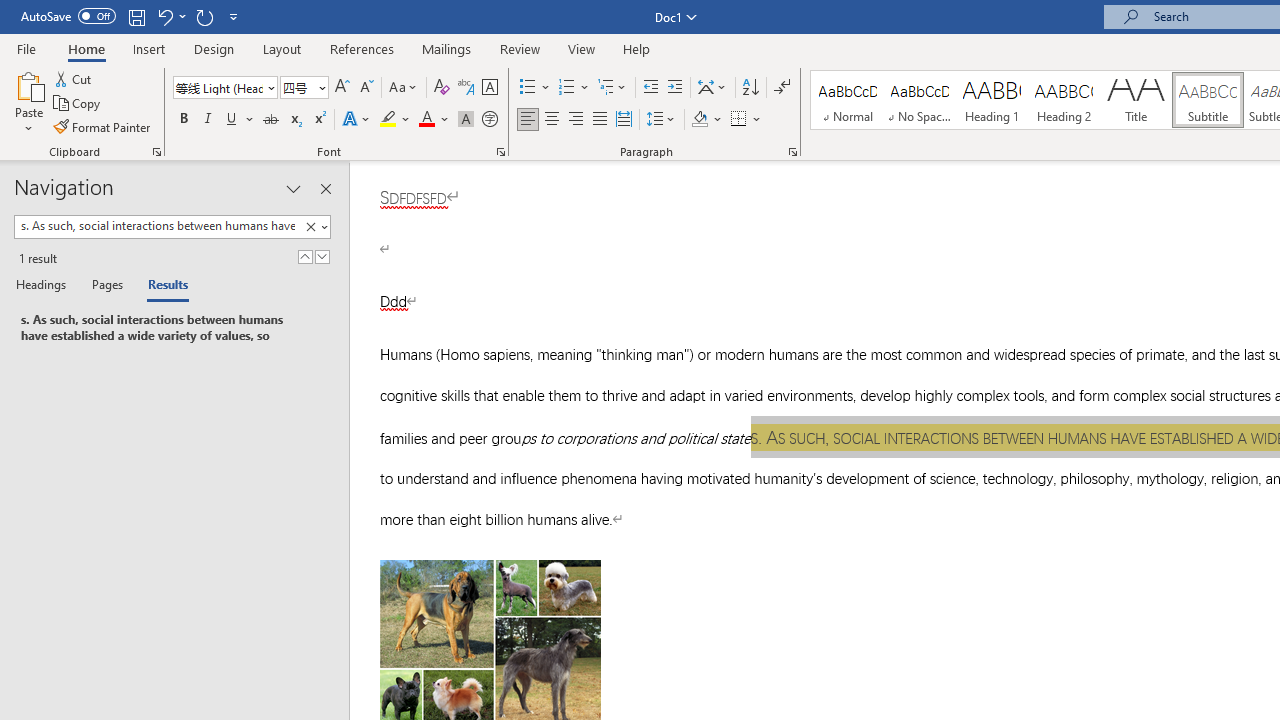 The height and width of the screenshot is (720, 1280). What do you see at coordinates (745, 119) in the screenshot?
I see `'Borders'` at bounding box center [745, 119].